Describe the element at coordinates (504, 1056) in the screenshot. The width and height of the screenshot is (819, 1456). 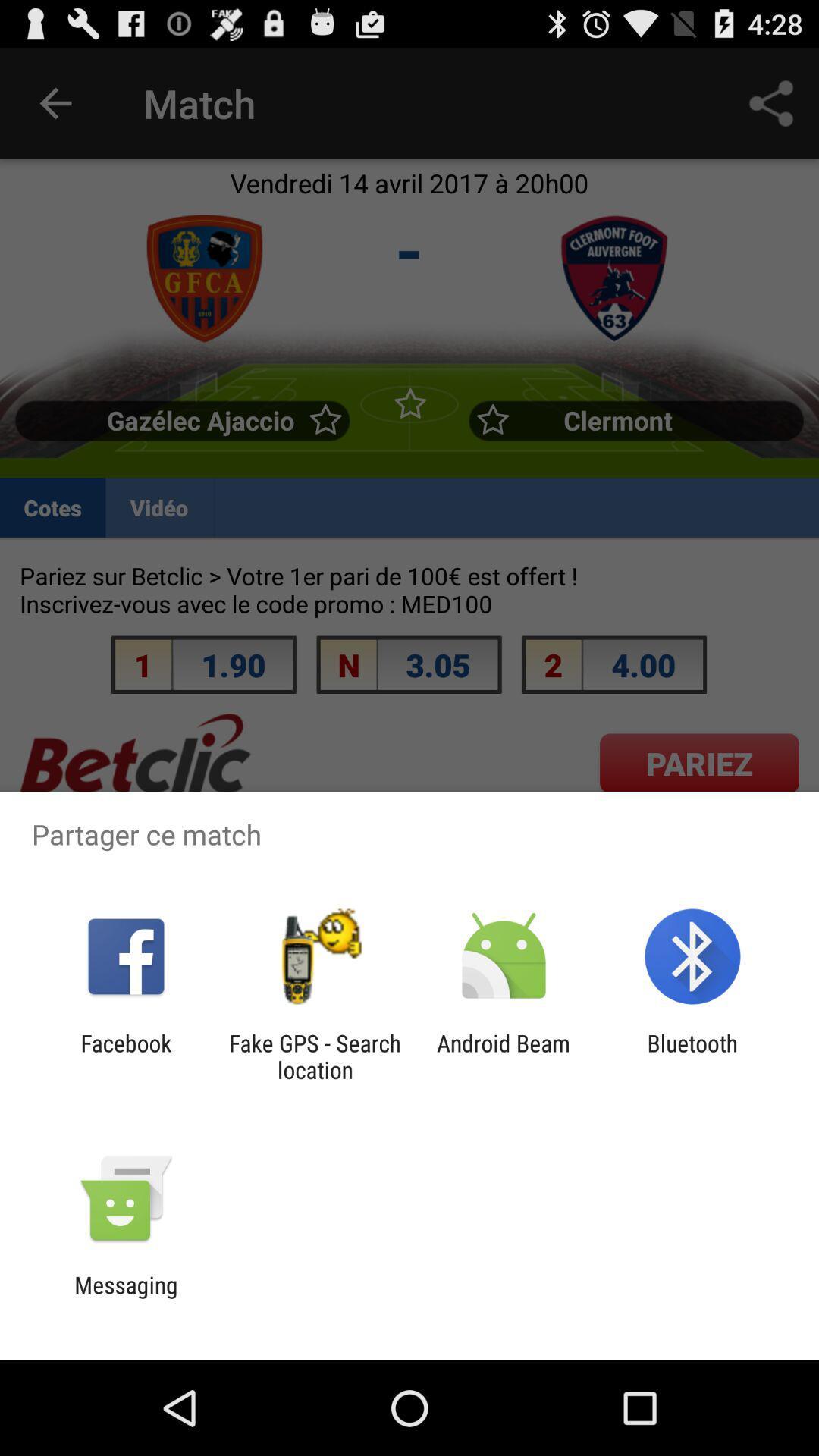
I see `app to the right of the fake gps search` at that location.